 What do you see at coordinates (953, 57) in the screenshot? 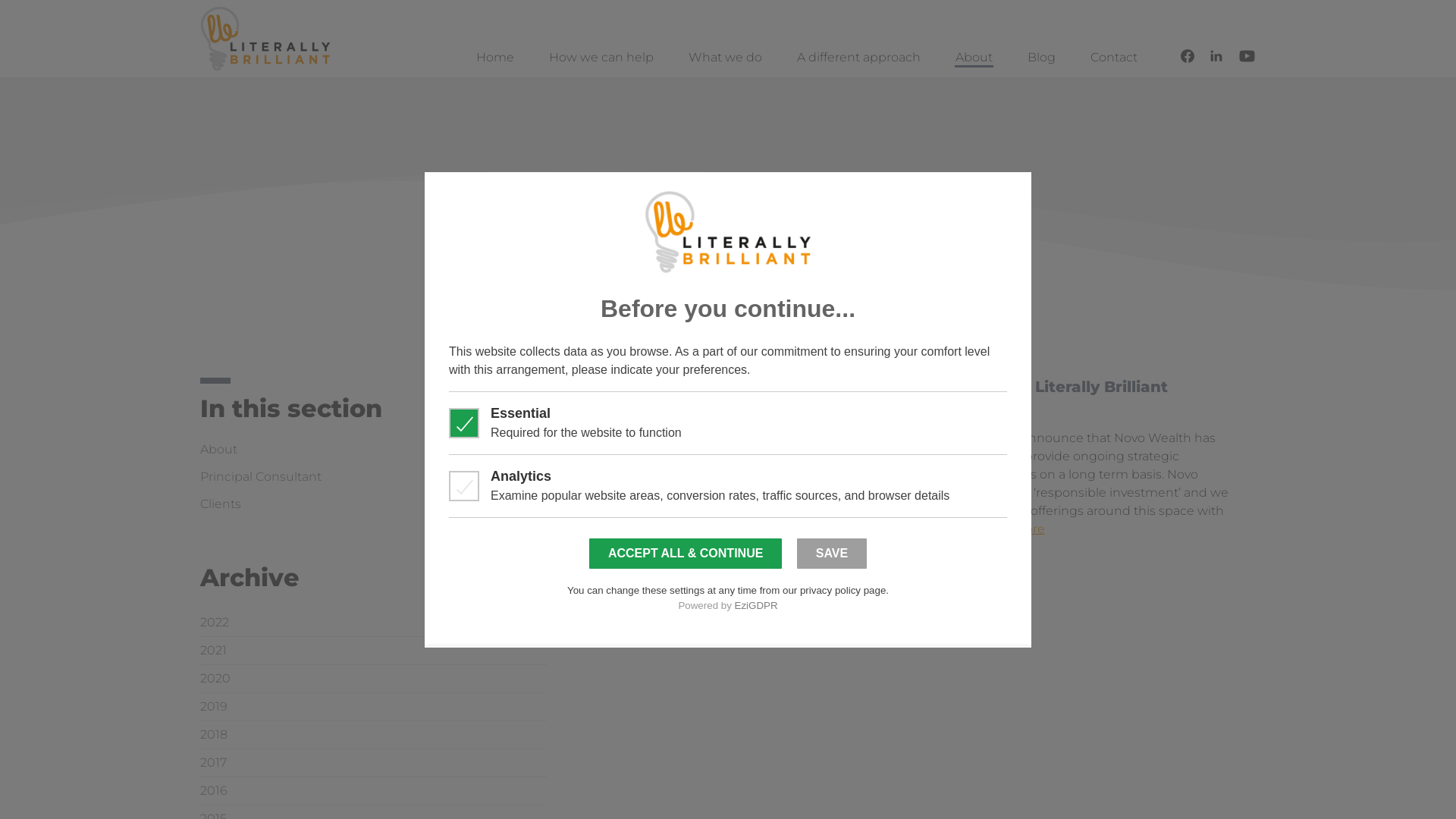
I see `'About'` at bounding box center [953, 57].